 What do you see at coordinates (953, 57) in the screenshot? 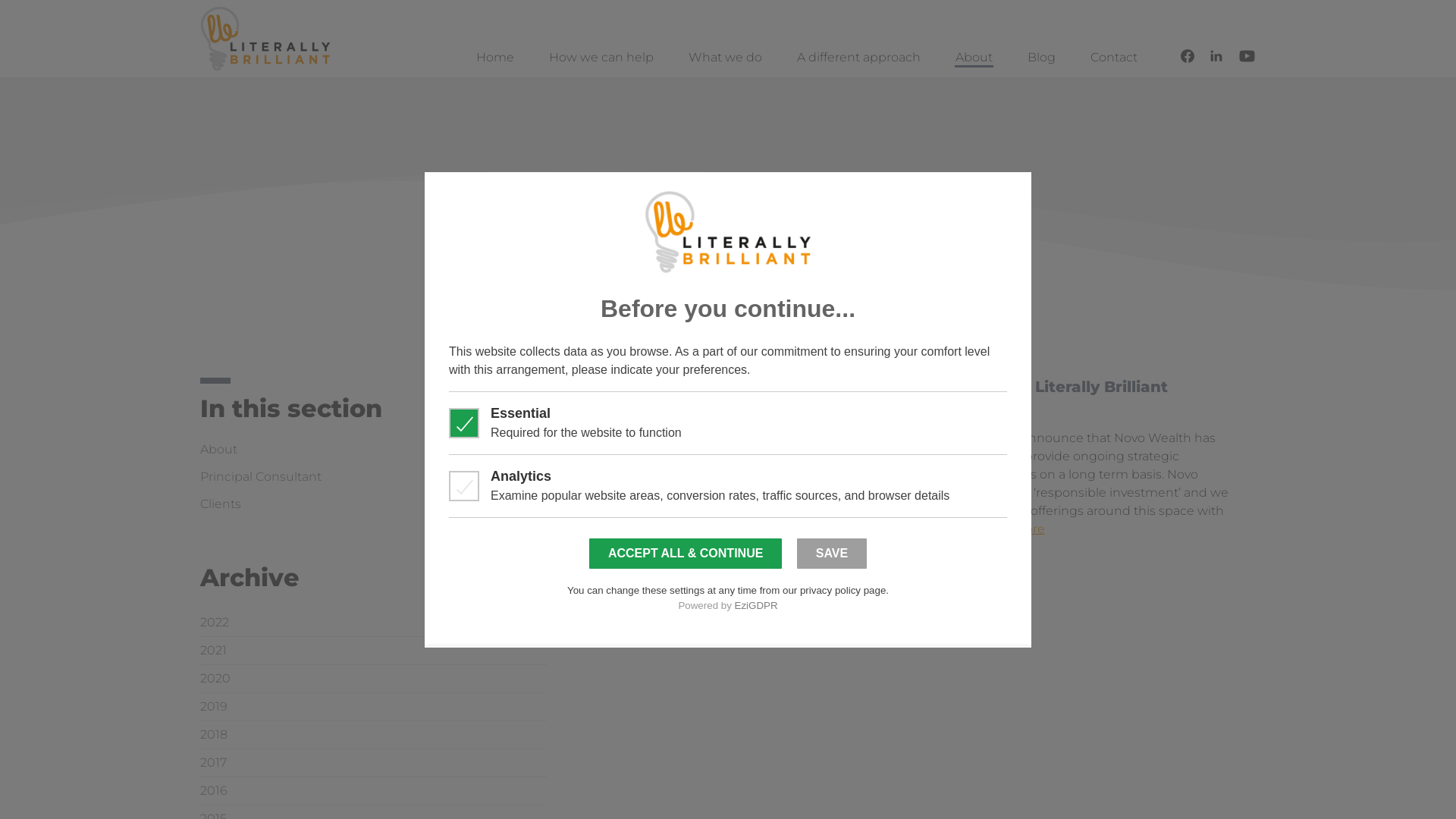
I see `'About'` at bounding box center [953, 57].